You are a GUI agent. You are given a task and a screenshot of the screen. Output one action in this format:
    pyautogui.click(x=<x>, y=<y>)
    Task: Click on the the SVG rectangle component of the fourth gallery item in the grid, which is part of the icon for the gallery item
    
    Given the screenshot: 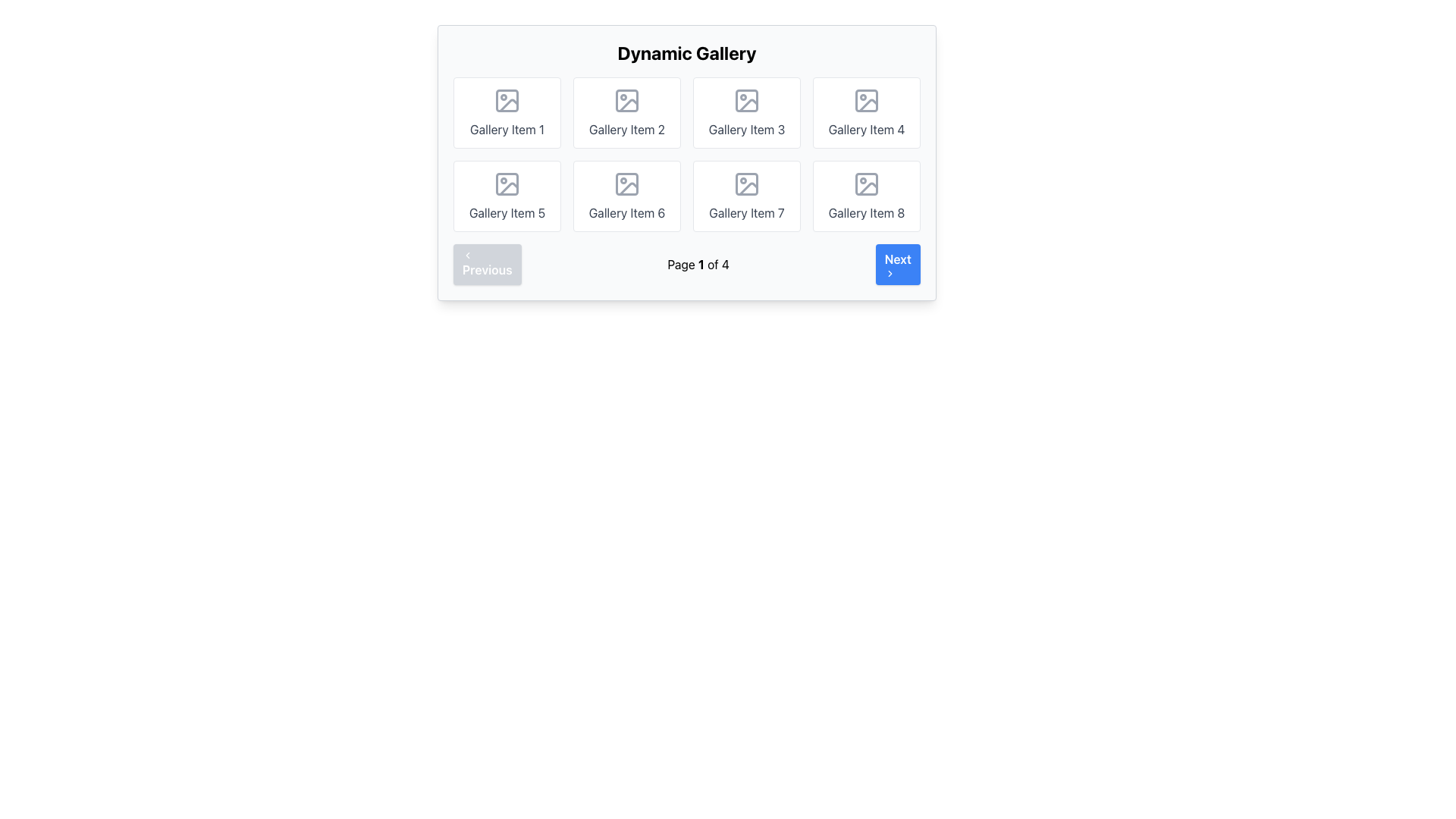 What is the action you would take?
    pyautogui.click(x=866, y=100)
    